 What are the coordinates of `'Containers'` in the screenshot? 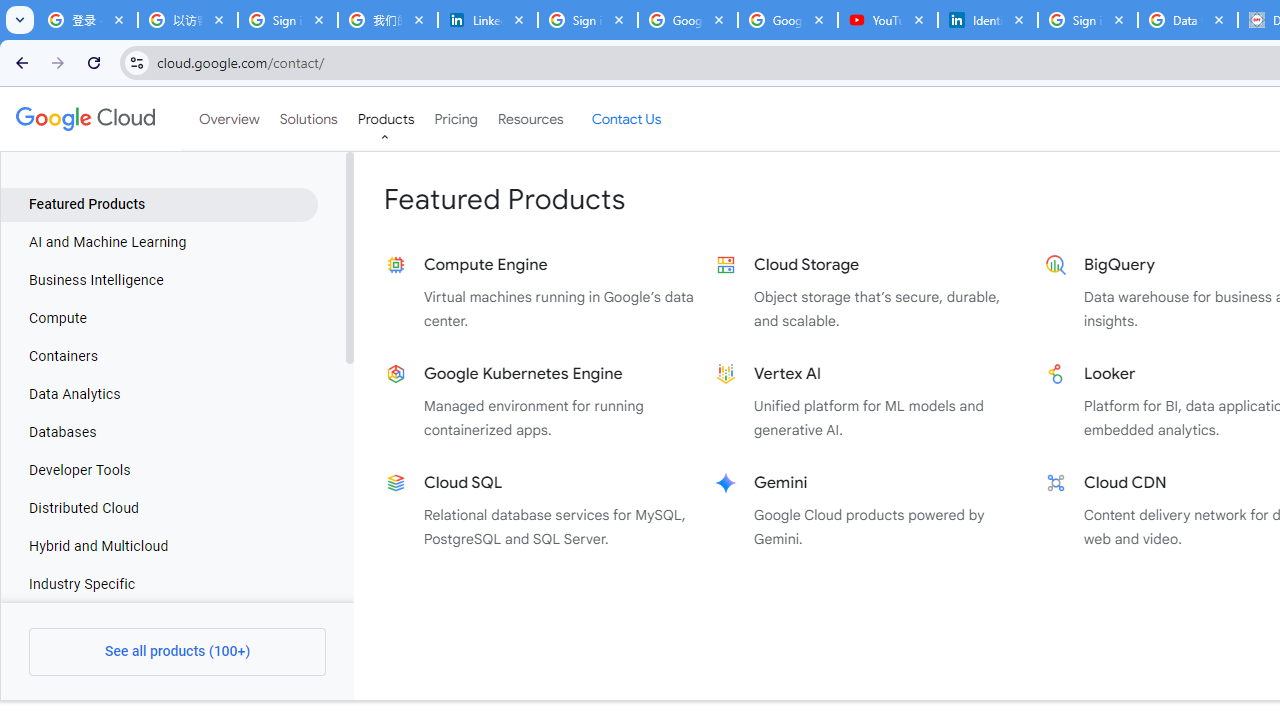 It's located at (158, 355).